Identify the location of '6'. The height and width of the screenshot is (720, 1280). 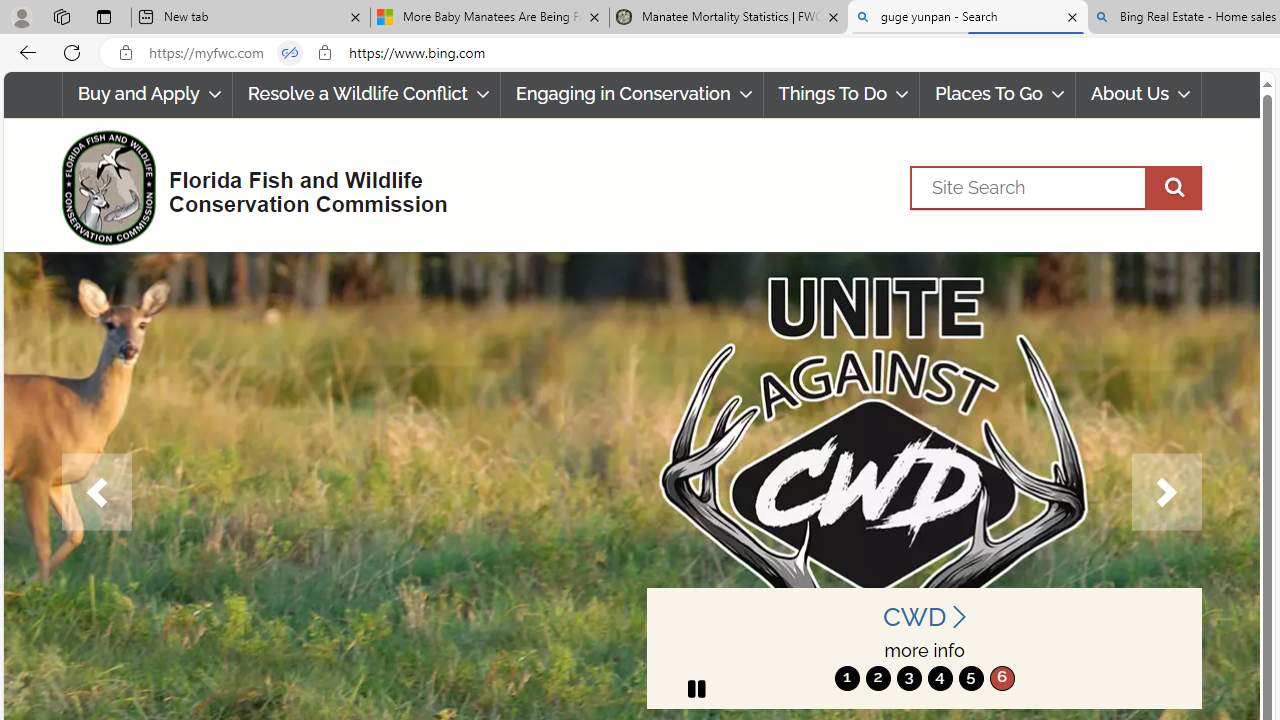
(1002, 677).